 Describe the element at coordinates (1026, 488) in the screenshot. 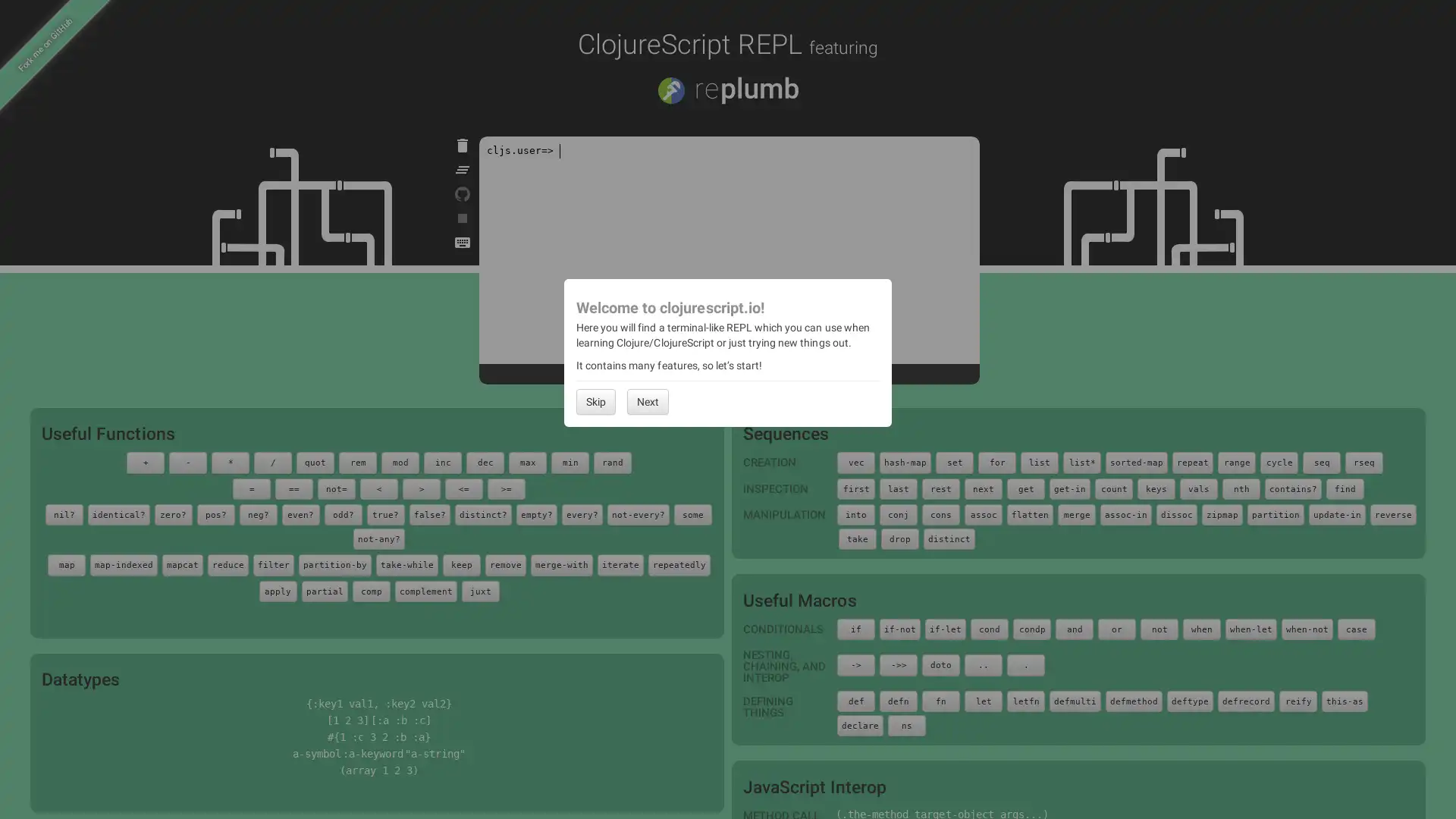

I see `get` at that location.